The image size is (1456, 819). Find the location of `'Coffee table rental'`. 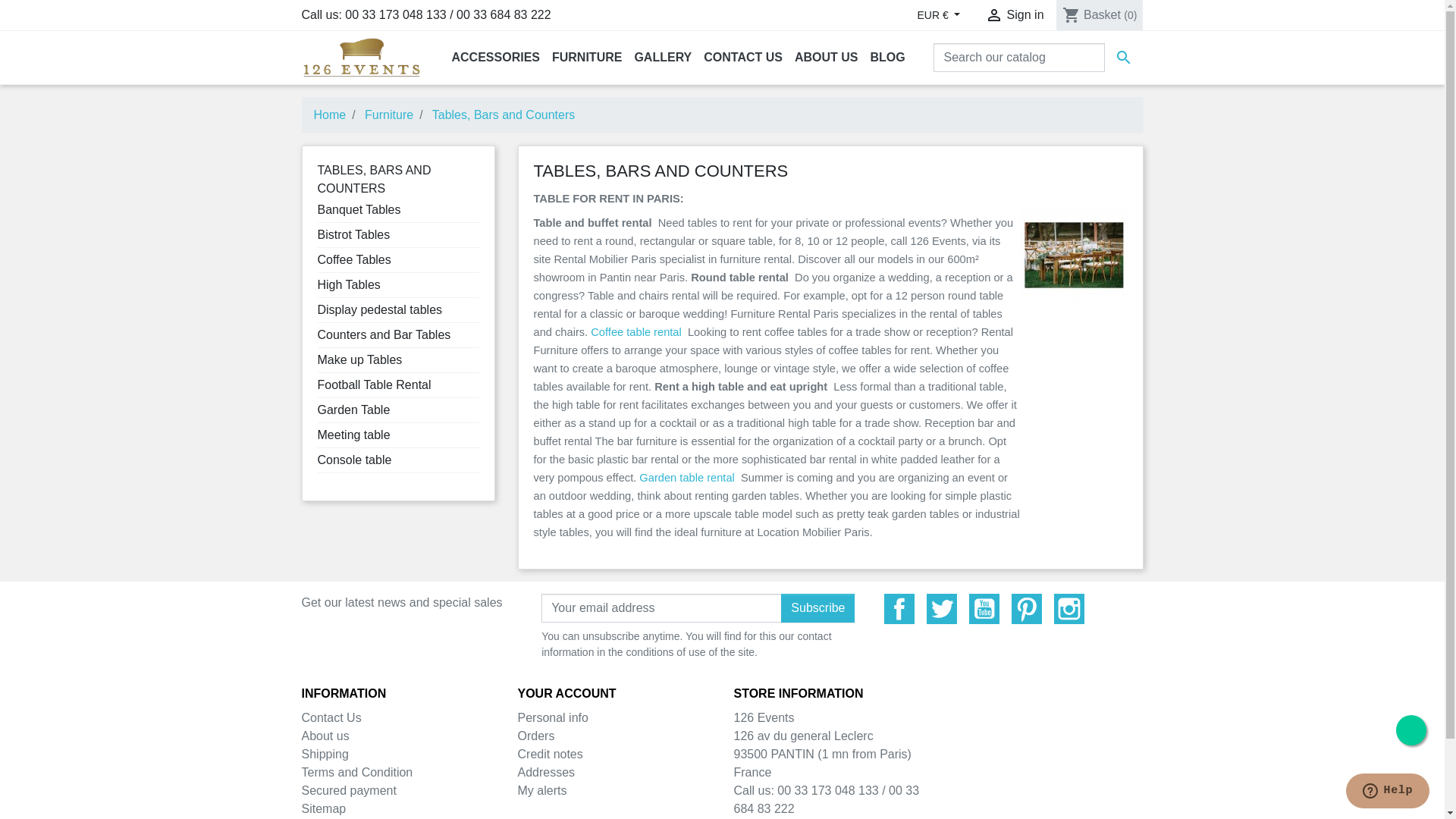

'Coffee table rental' is located at coordinates (589, 331).